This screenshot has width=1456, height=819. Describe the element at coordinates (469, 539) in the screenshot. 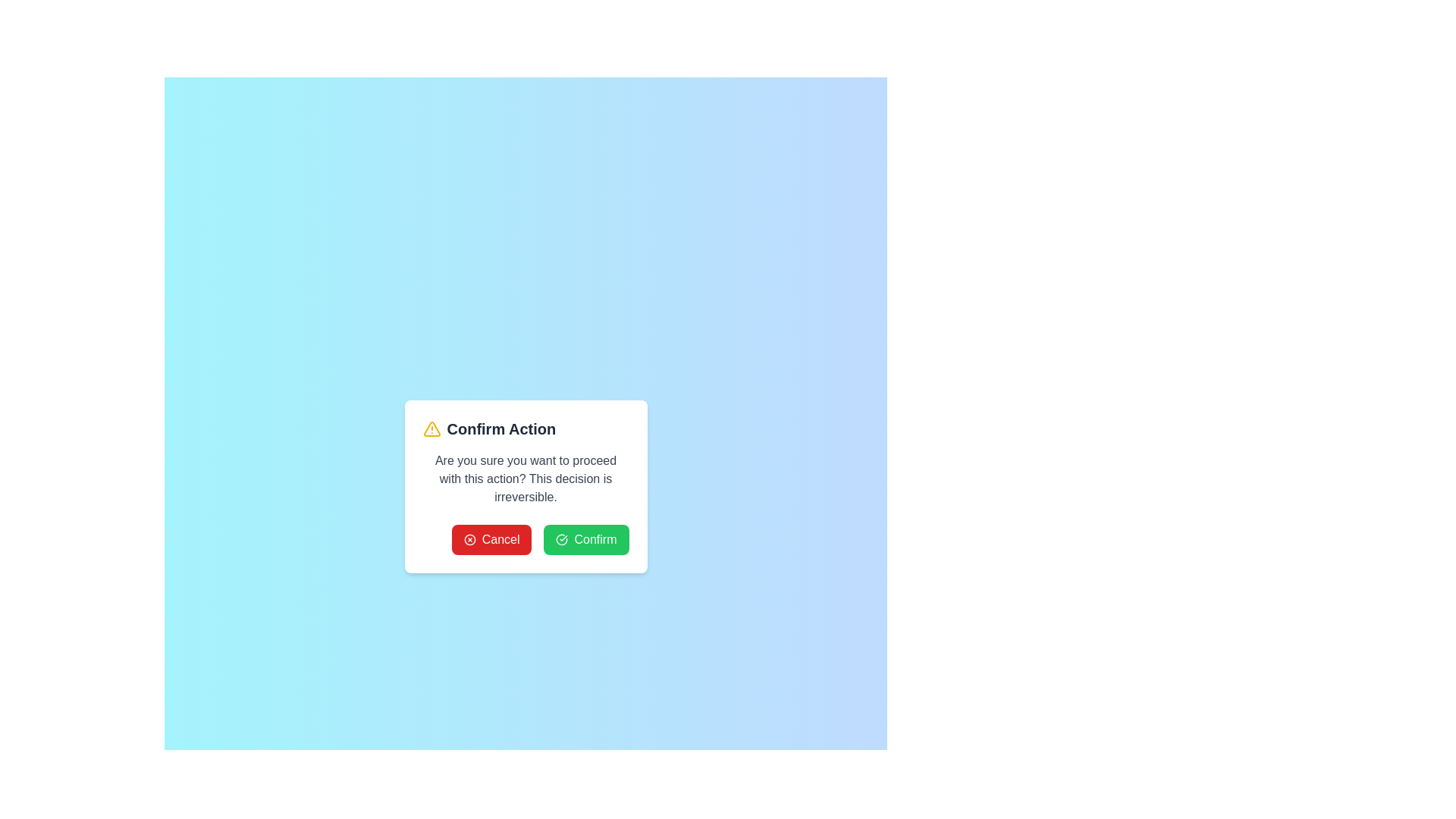

I see `the 'Cancel' icon located to the left of the 'Cancel' button in the lower-left section of the 'Confirm Action' dialog box` at that location.